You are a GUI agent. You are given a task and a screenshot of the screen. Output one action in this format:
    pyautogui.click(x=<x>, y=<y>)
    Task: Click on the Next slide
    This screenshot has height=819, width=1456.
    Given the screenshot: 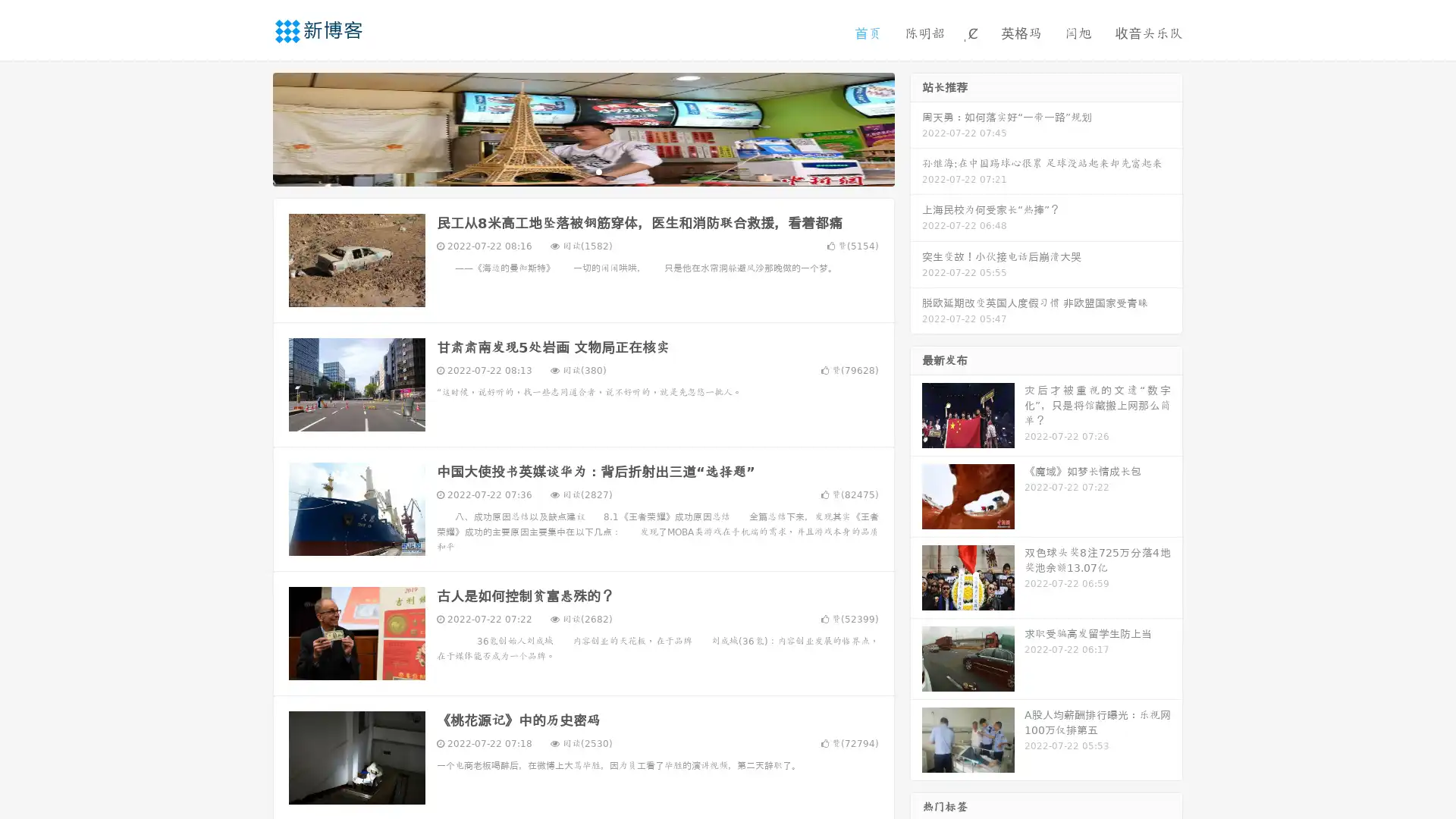 What is the action you would take?
    pyautogui.click(x=916, y=127)
    